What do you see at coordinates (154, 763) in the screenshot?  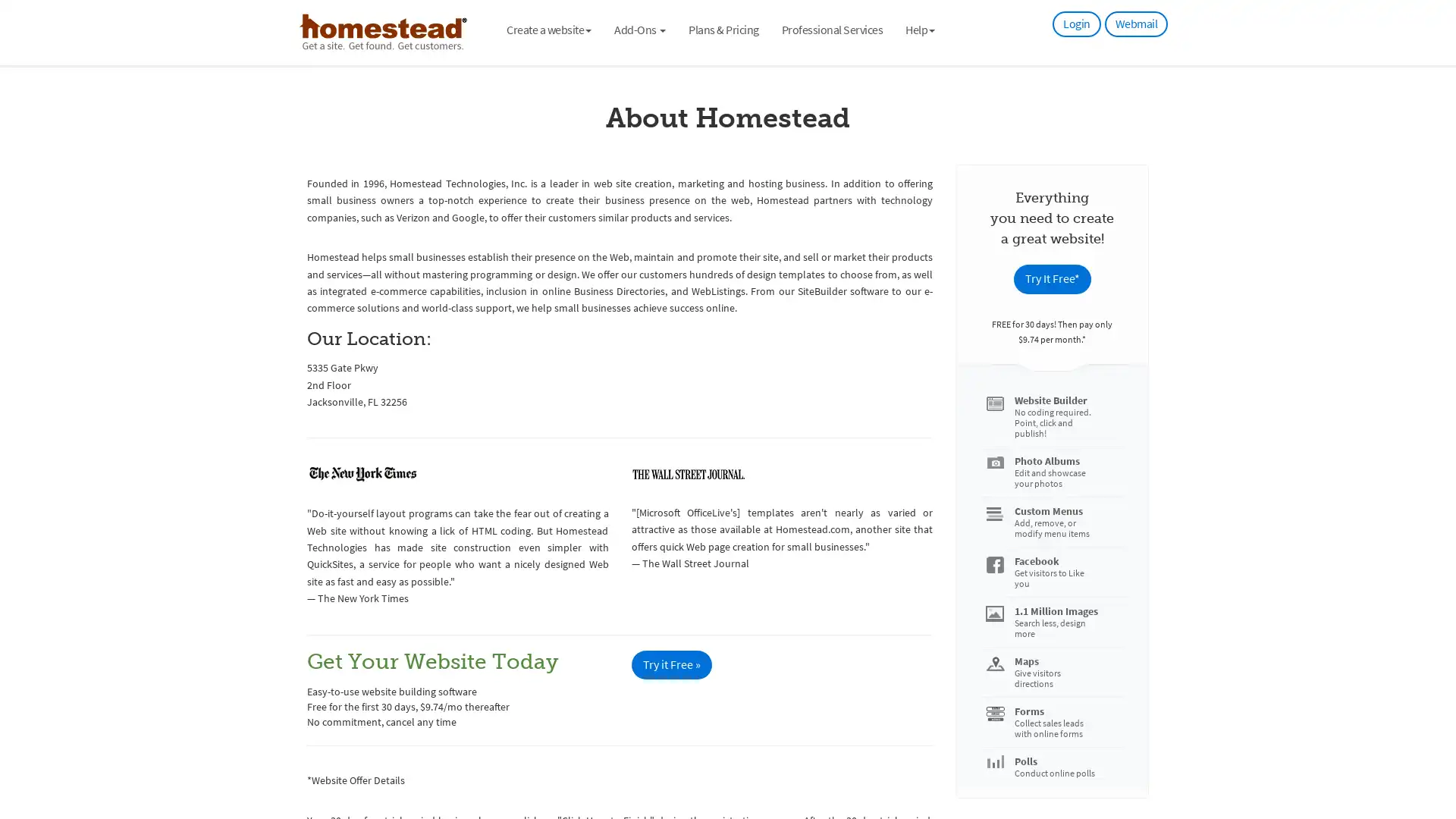 I see `Cookies Settings` at bounding box center [154, 763].